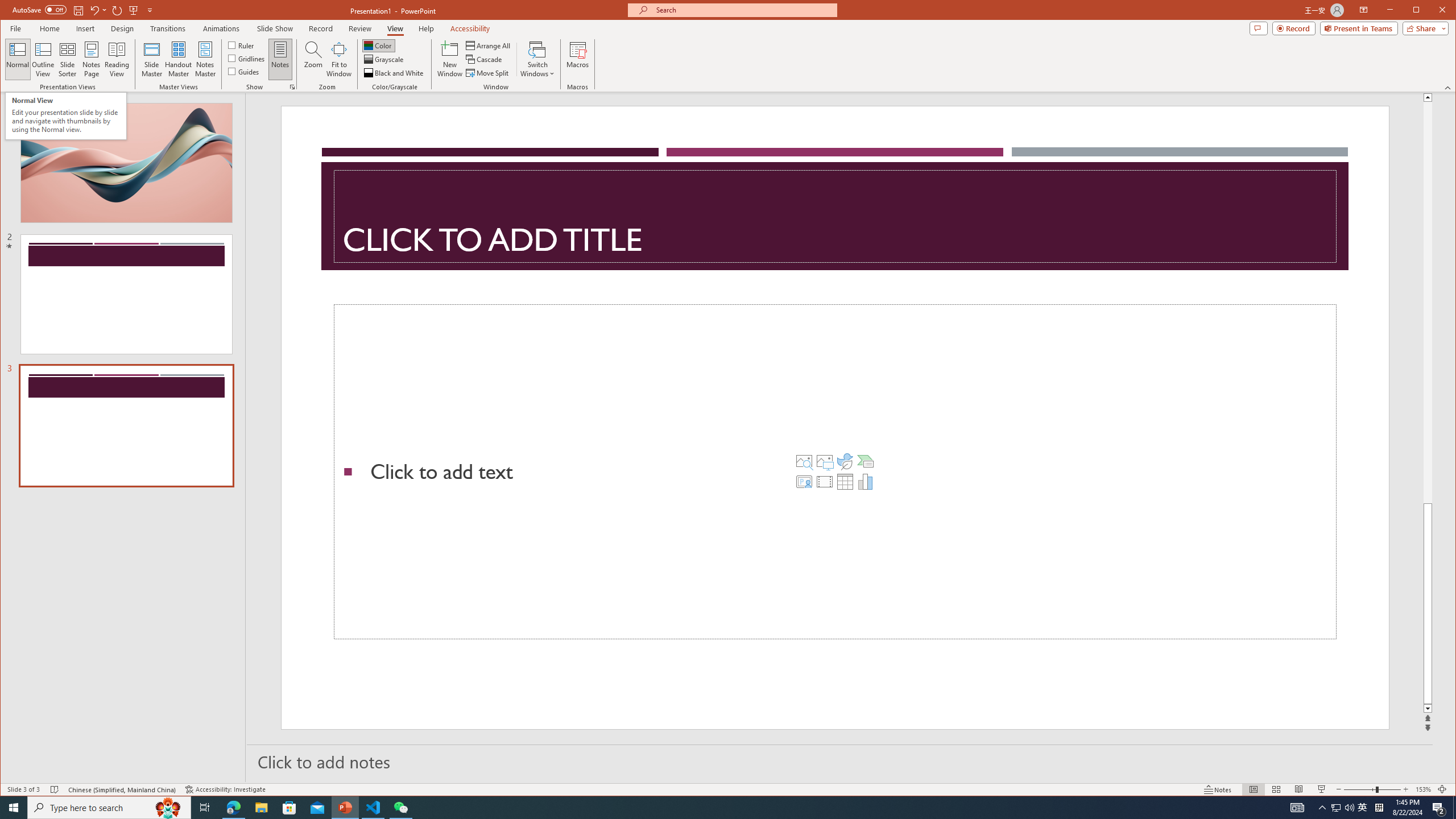  What do you see at coordinates (577, 59) in the screenshot?
I see `'Macros'` at bounding box center [577, 59].